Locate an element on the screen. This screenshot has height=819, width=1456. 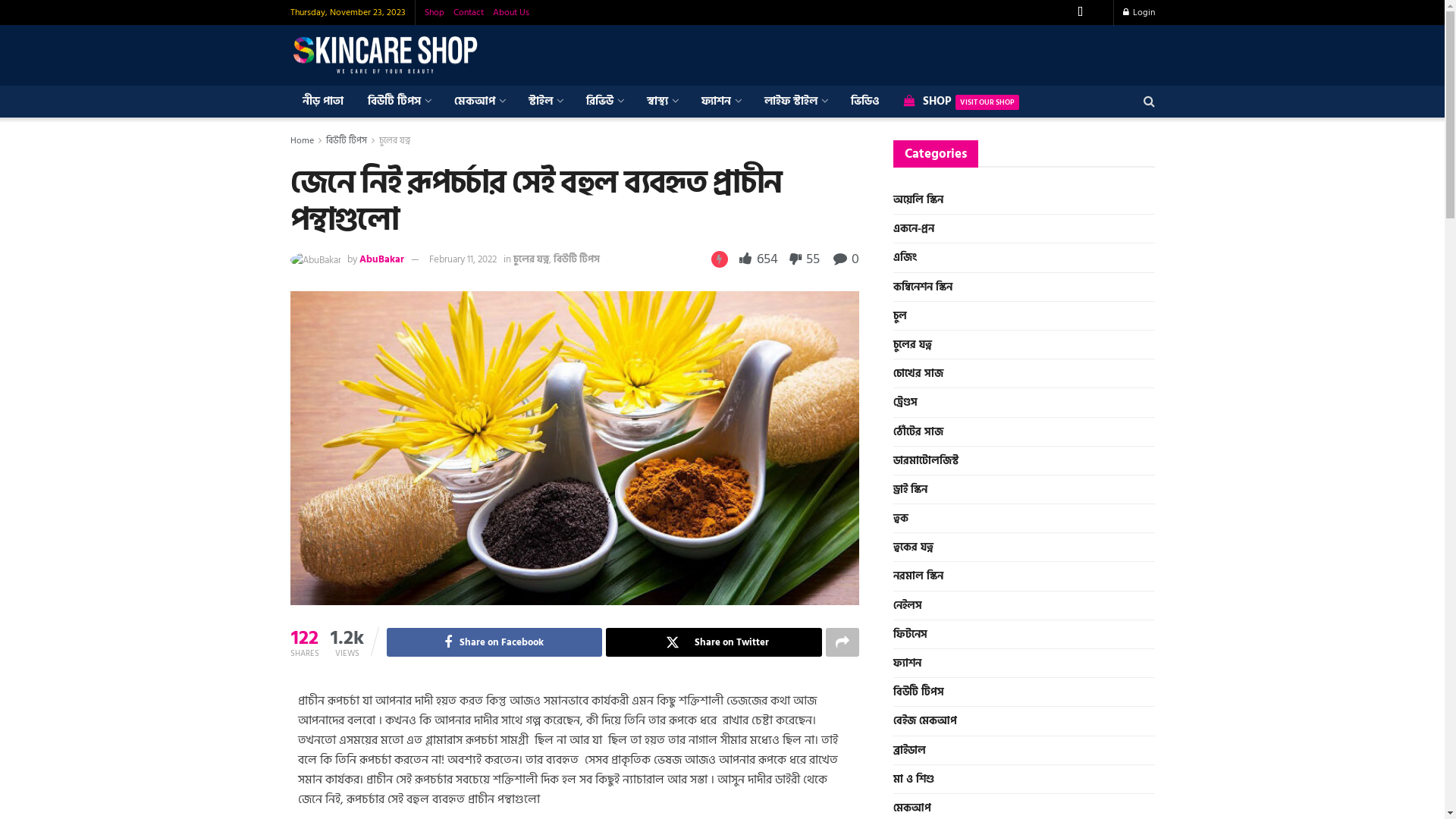
'Login' is located at coordinates (1138, 12).